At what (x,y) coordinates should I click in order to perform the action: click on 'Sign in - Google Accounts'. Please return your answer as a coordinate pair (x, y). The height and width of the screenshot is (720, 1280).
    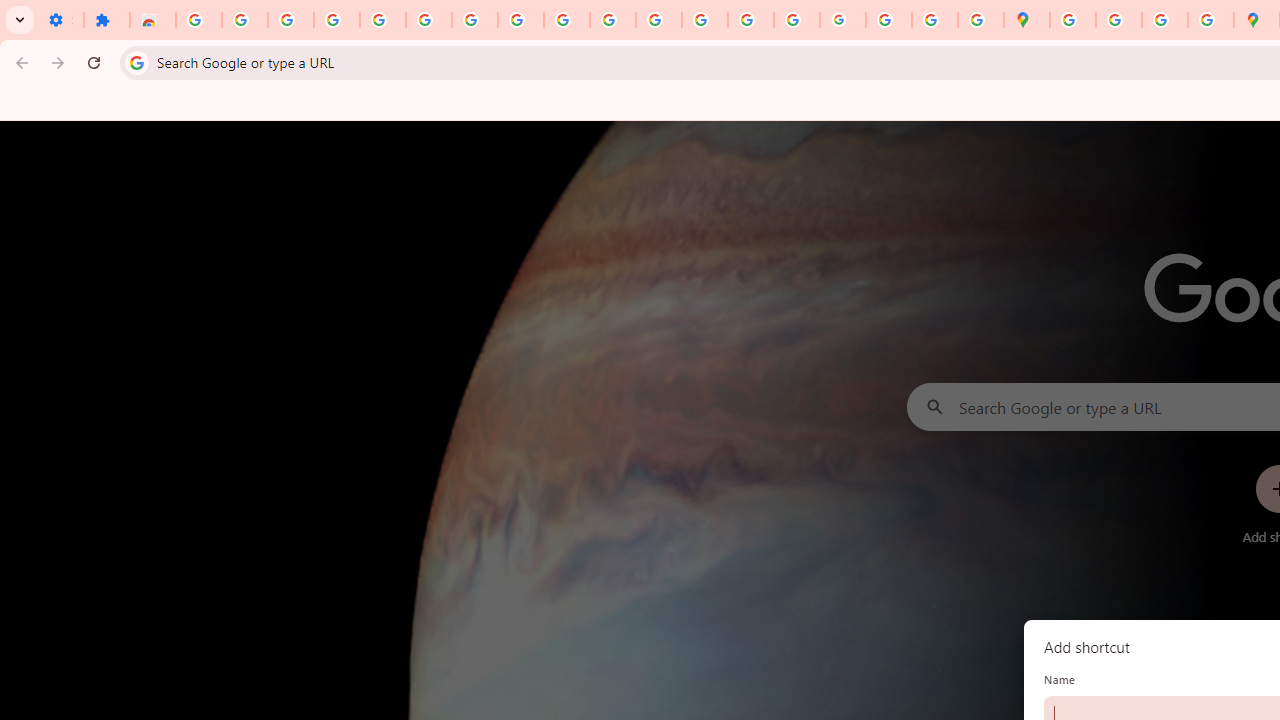
    Looking at the image, I should click on (198, 20).